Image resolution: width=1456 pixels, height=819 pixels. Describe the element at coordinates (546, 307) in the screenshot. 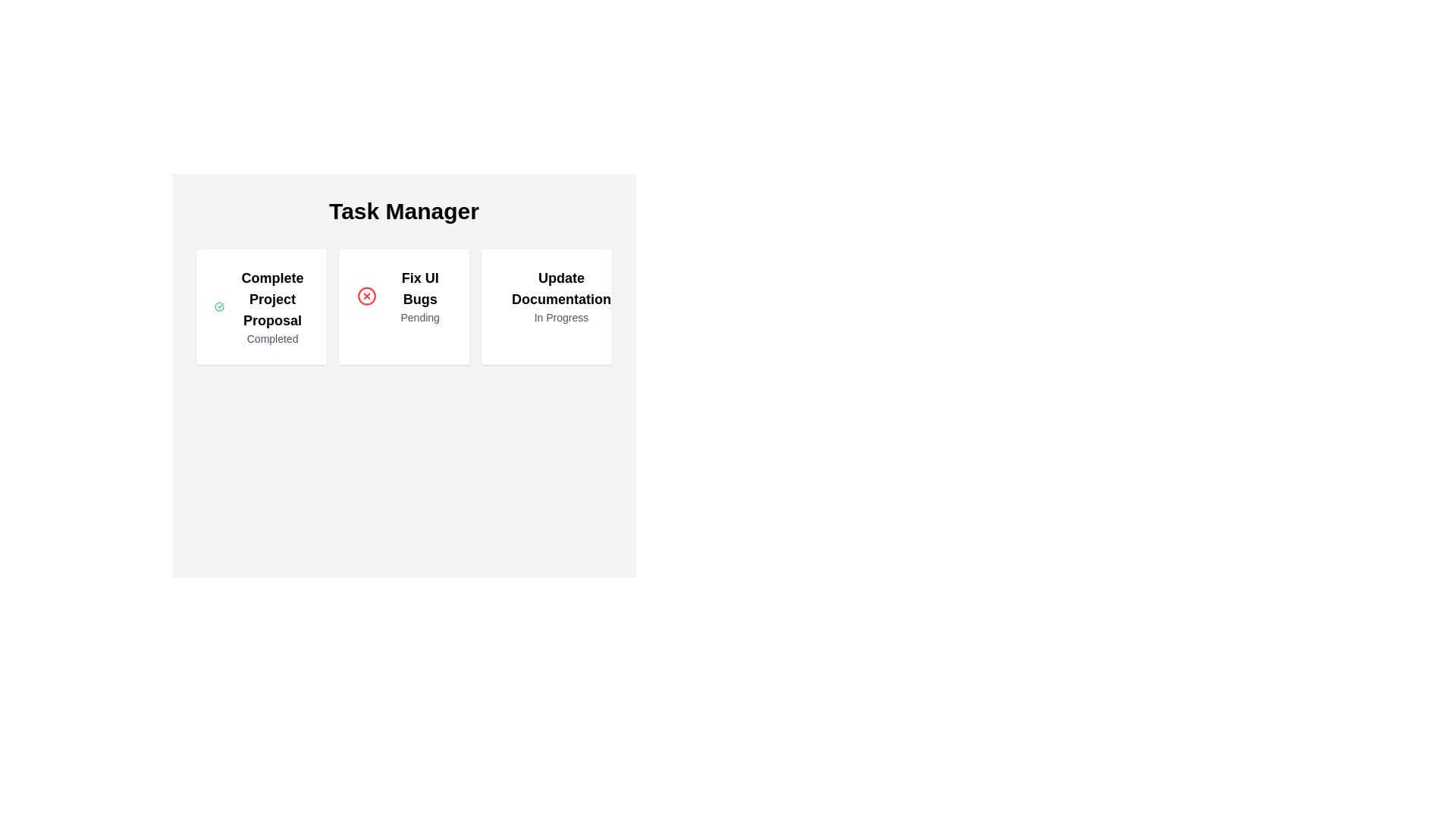

I see `the Task card labeled 'Update Documentation' which shows the status 'In Progress'` at that location.